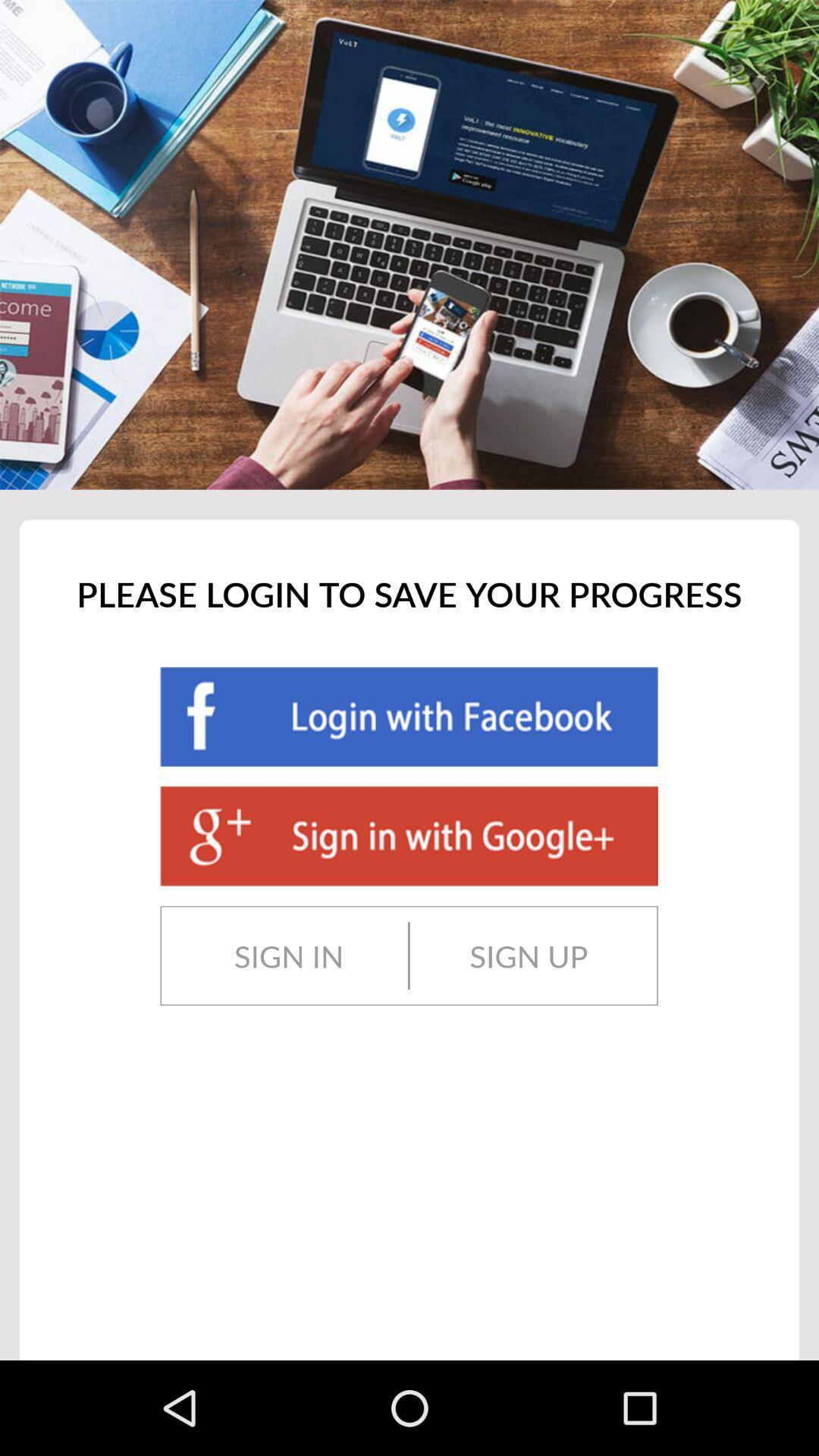 The width and height of the screenshot is (819, 1456). Describe the element at coordinates (528, 955) in the screenshot. I see `the sign up icon` at that location.